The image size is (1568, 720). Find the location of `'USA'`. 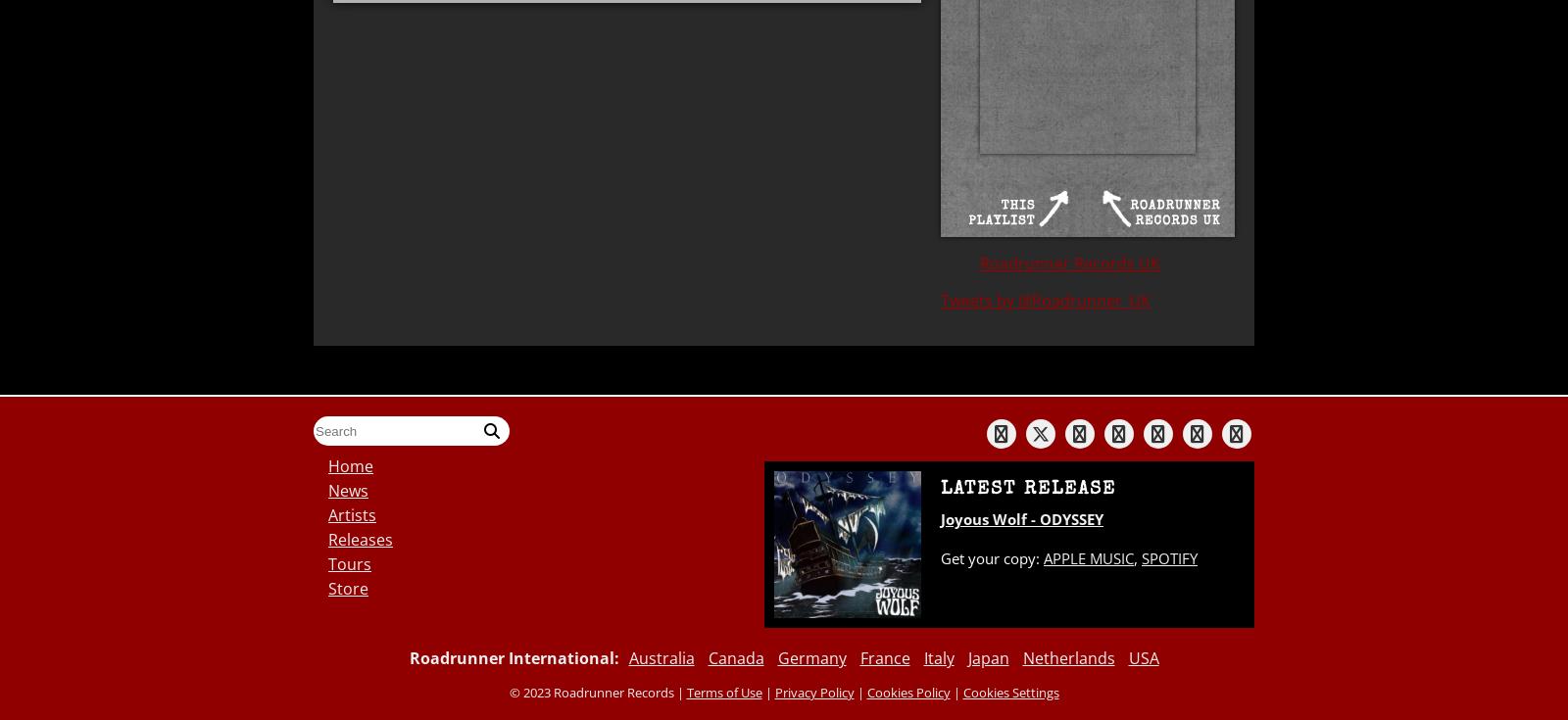

'USA' is located at coordinates (1143, 657).